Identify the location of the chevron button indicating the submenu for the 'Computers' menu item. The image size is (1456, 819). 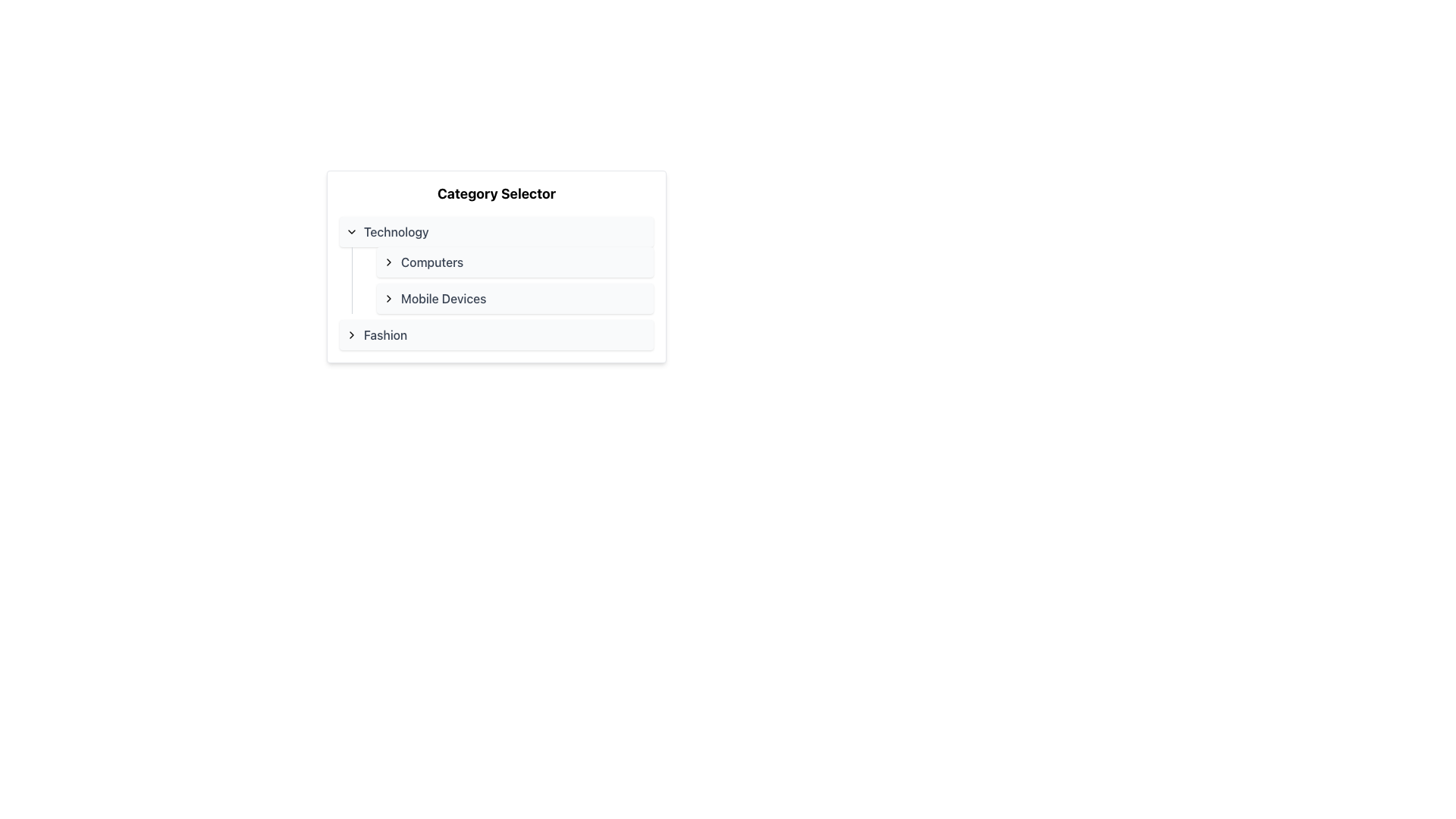
(389, 262).